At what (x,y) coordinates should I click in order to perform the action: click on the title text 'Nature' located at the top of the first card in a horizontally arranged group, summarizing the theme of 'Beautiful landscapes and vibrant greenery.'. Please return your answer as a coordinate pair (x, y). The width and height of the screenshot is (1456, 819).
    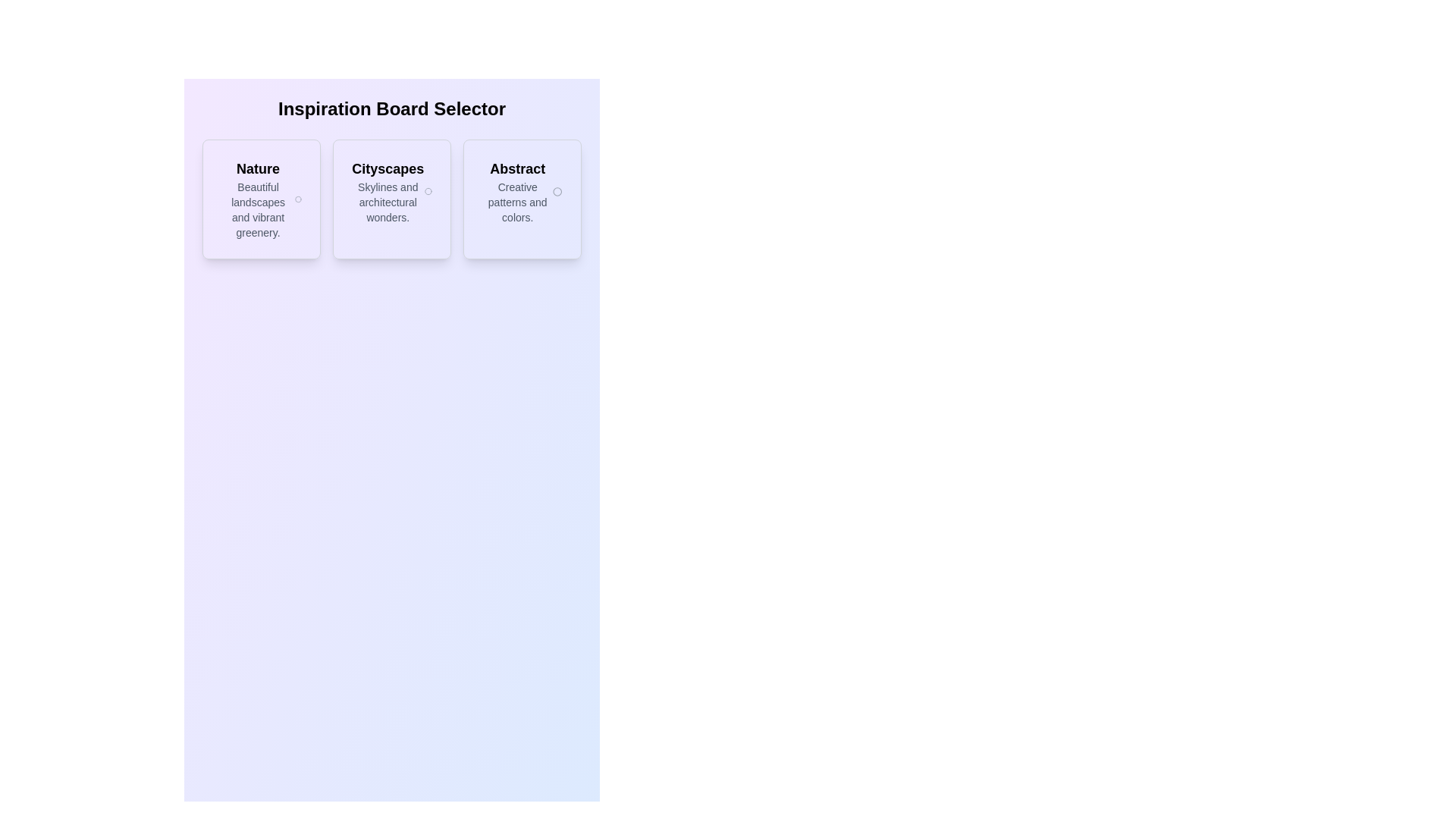
    Looking at the image, I should click on (258, 169).